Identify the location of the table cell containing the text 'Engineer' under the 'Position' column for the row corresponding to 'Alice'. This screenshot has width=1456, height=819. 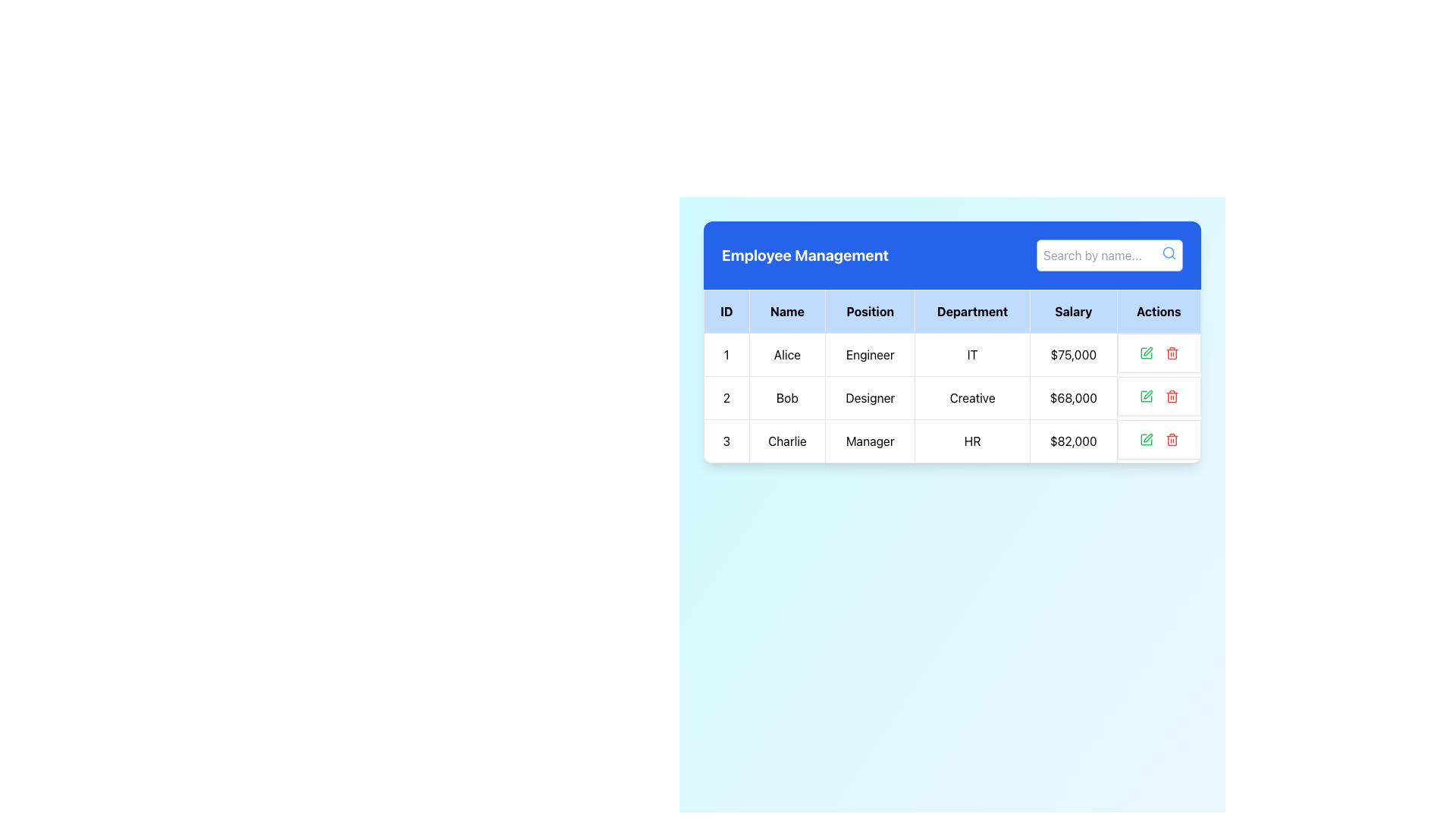
(870, 354).